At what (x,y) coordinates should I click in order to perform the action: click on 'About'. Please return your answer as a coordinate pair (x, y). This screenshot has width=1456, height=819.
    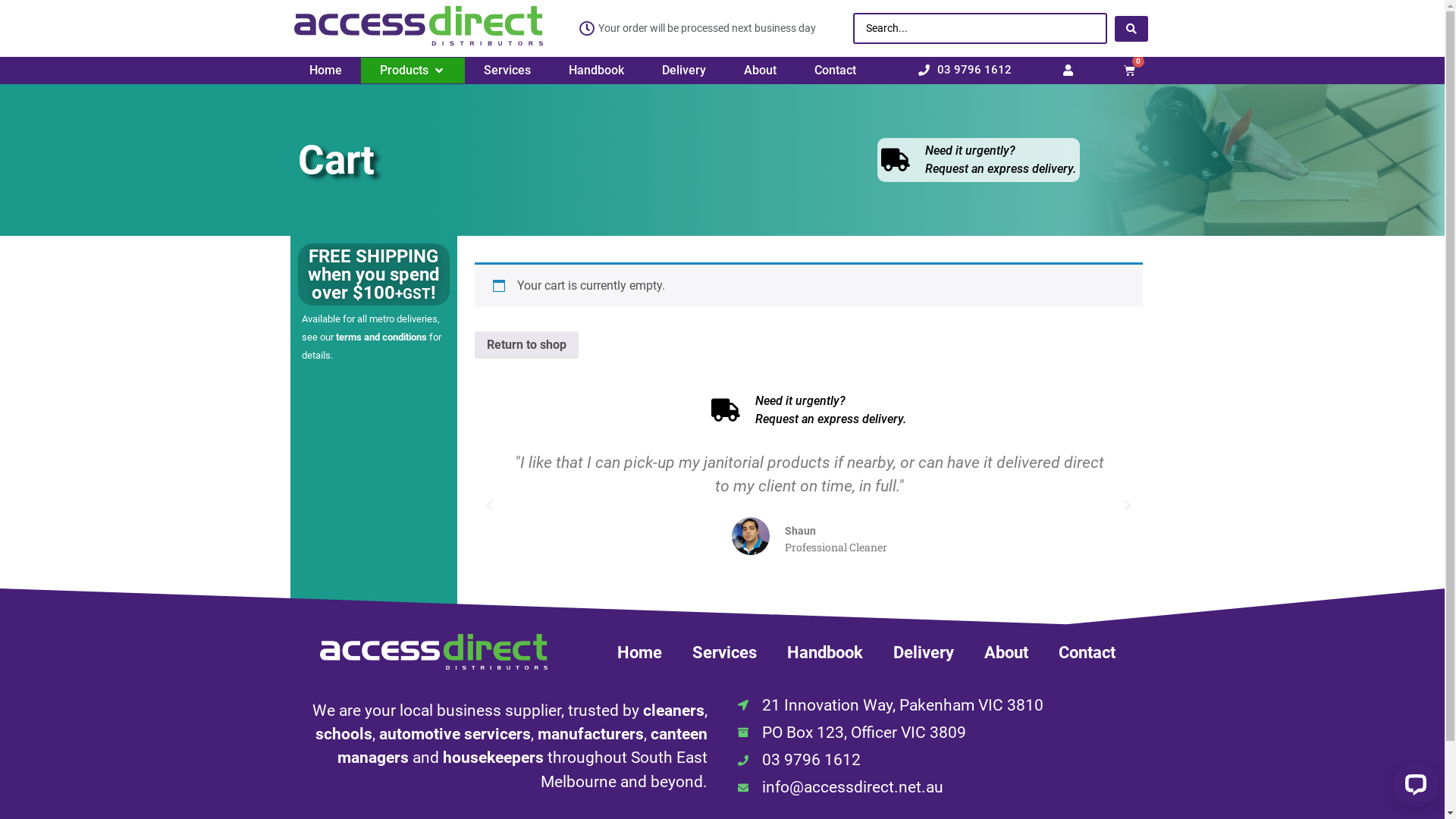
    Looking at the image, I should click on (759, 70).